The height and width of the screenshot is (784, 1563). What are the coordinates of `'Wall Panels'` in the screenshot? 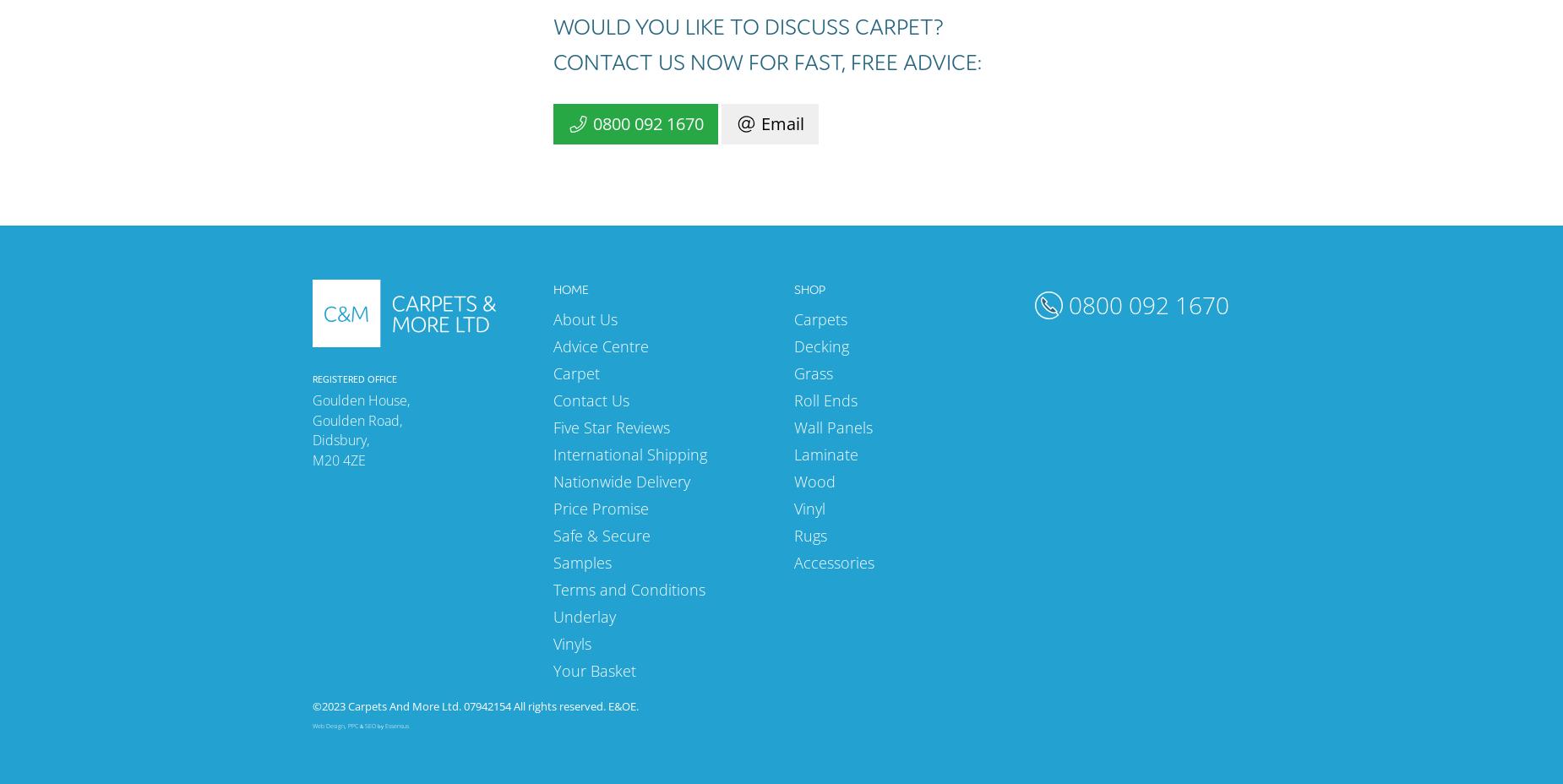 It's located at (832, 425).